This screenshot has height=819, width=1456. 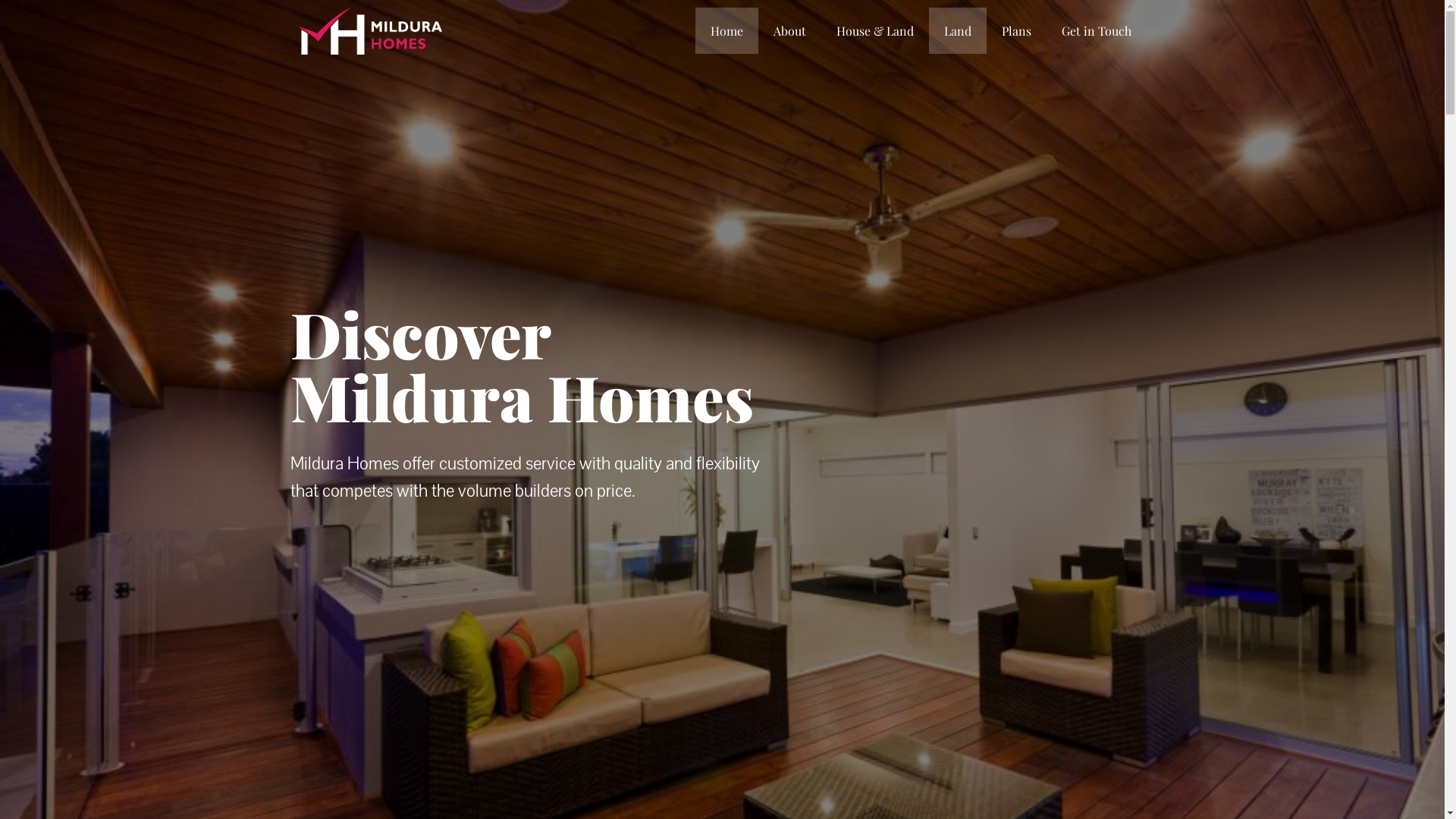 I want to click on 'Plans', so click(x=1016, y=30).